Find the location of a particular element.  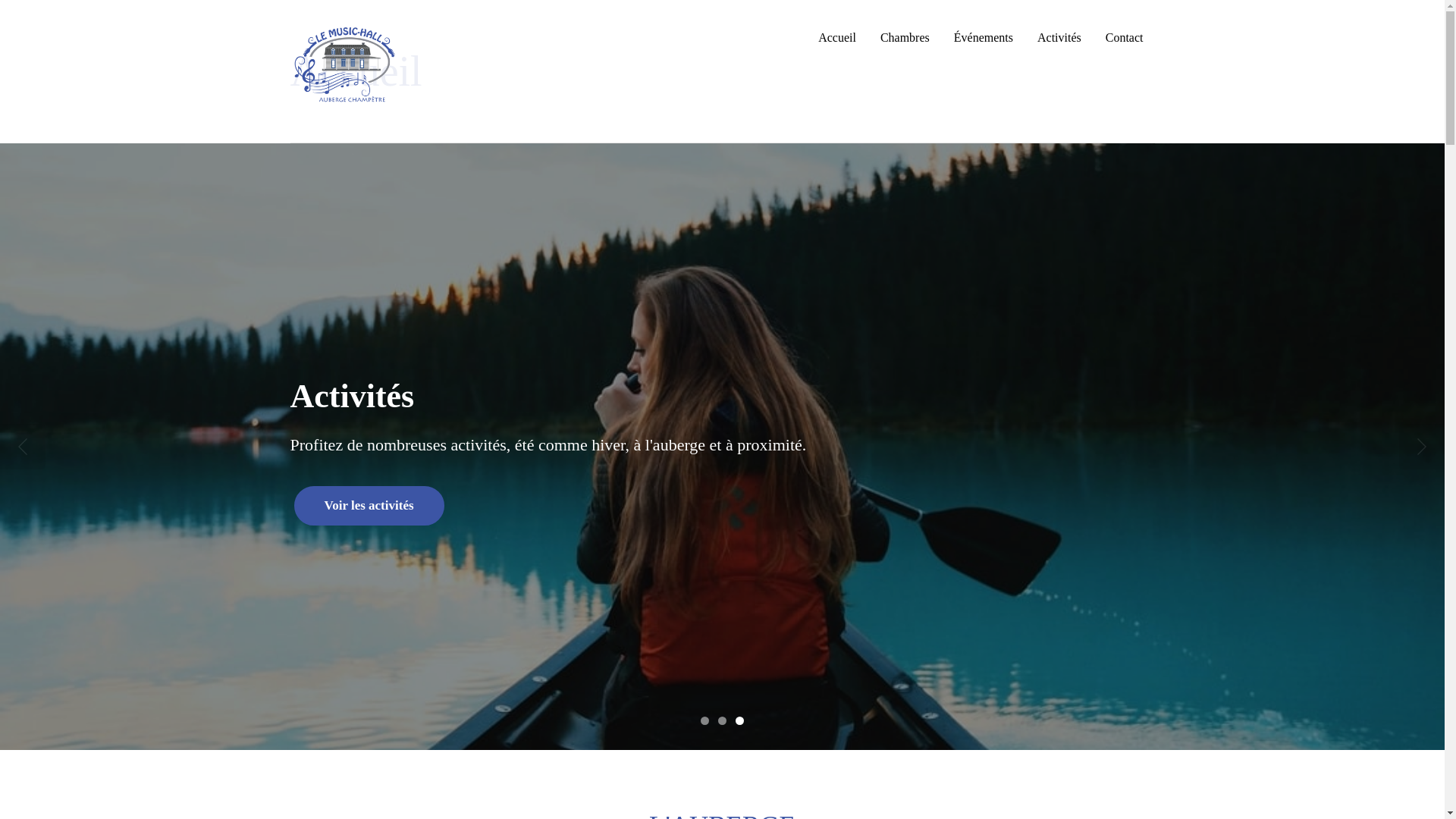

'Chambres' is located at coordinates (905, 37).